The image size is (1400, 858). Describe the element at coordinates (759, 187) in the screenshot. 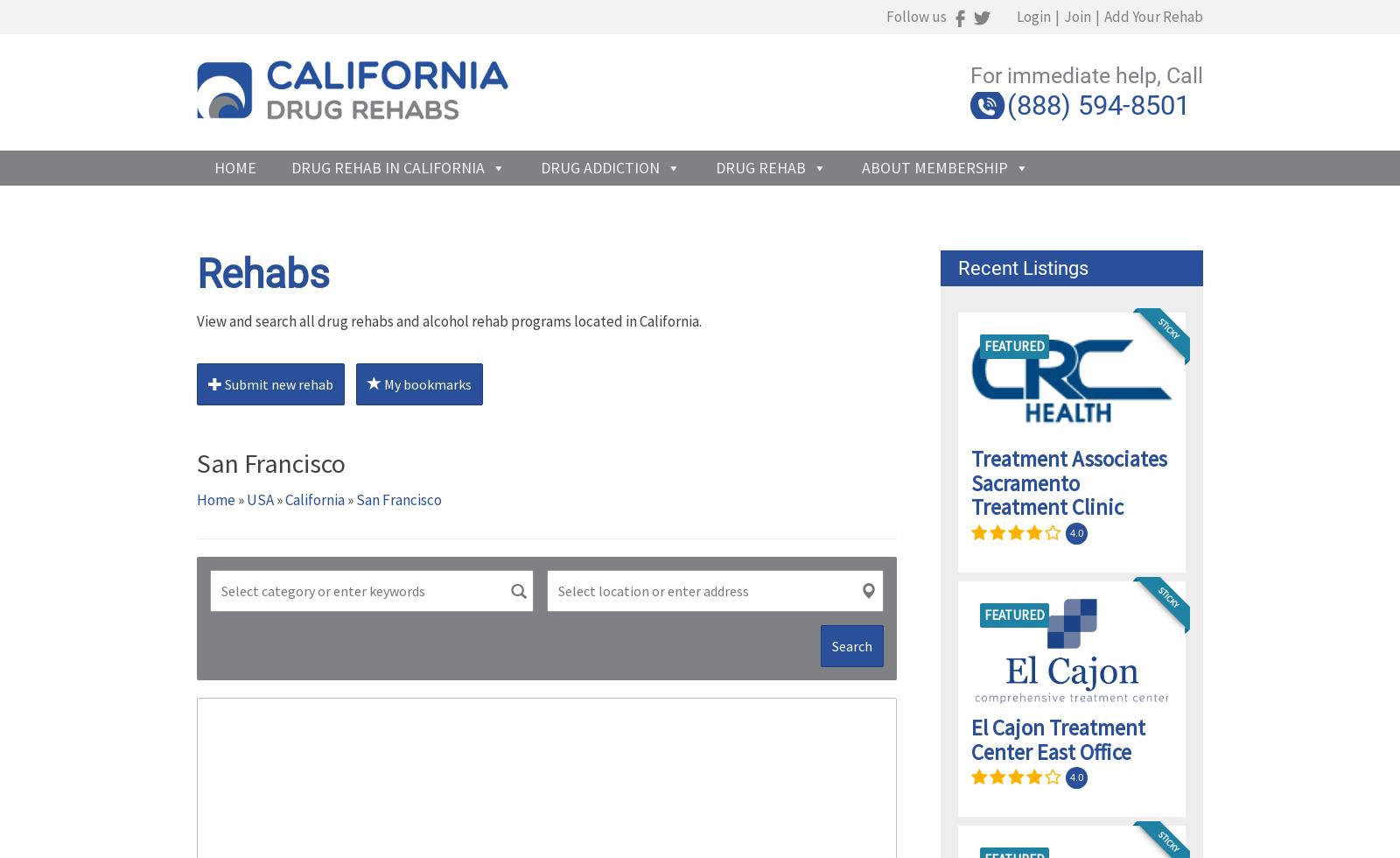

I see `'Drug Rehab'` at that location.